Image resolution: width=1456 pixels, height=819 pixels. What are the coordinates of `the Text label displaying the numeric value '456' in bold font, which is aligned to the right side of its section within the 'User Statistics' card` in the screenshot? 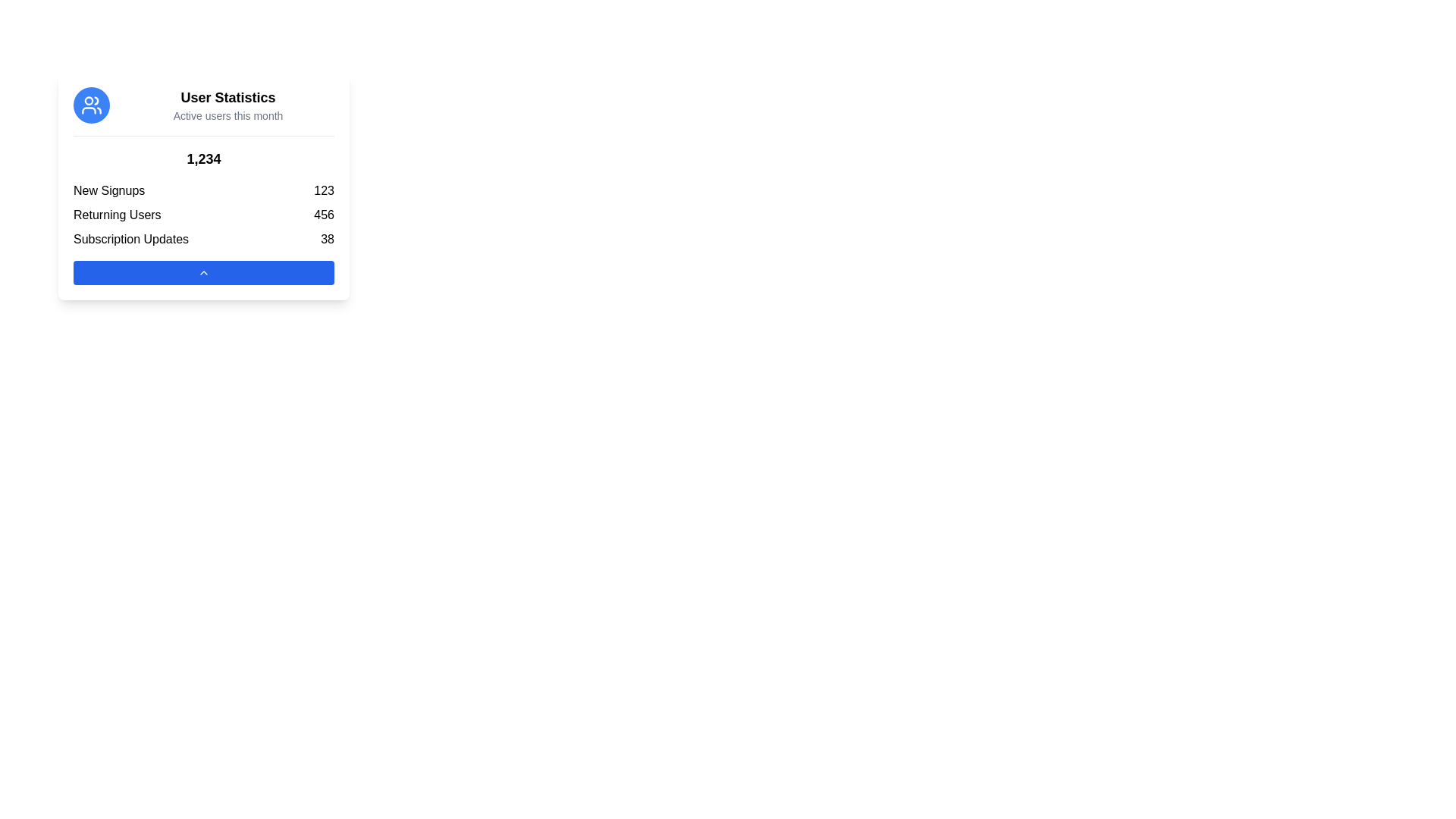 It's located at (323, 215).